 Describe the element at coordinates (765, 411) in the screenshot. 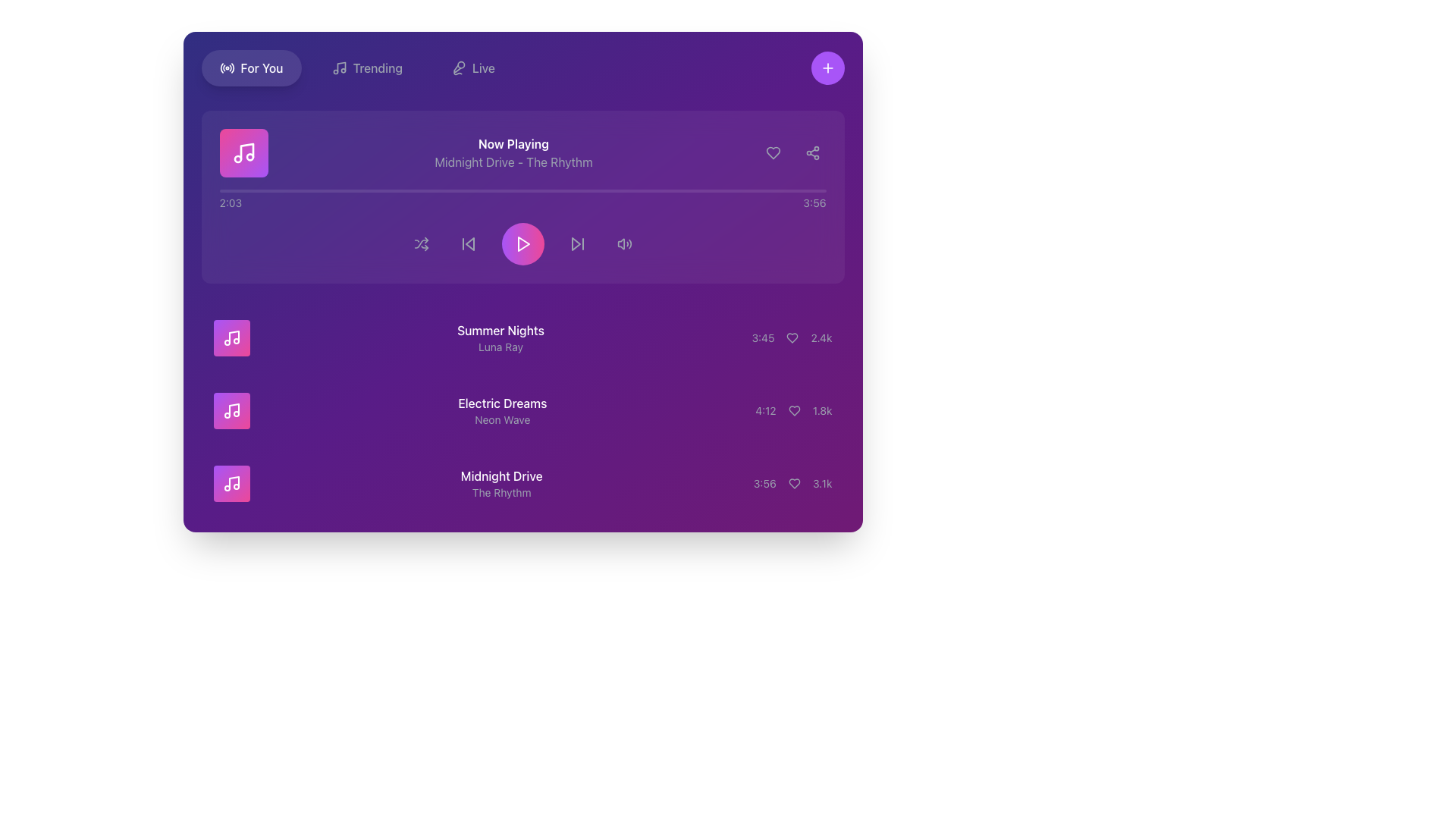

I see `displayed time from the small text label showing '4:12', which is located in the music-related interface, positioned to the left of a heart icon and numerical text '1.8k'` at that location.